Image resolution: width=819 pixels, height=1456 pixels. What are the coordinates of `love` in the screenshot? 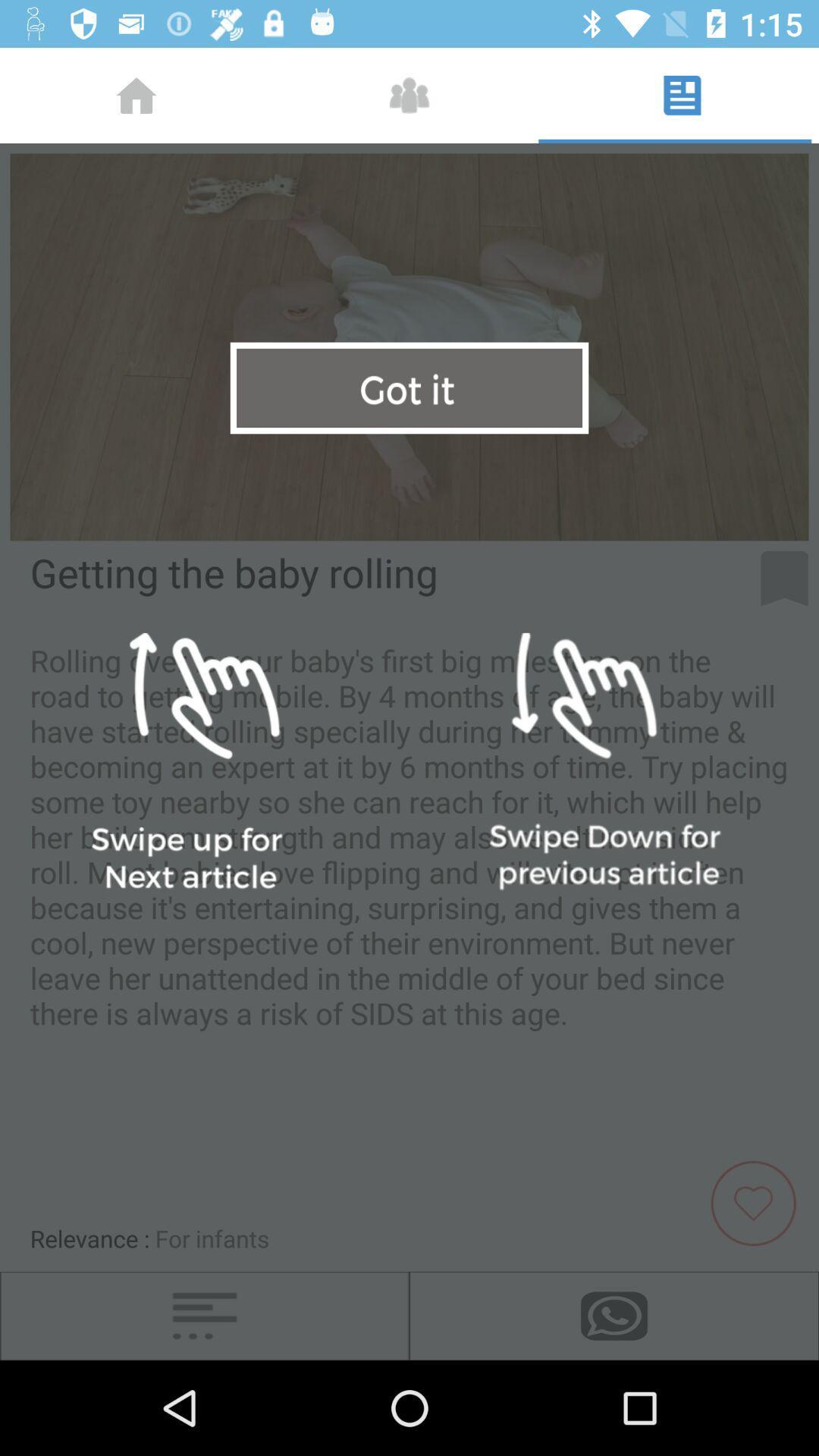 It's located at (759, 1201).